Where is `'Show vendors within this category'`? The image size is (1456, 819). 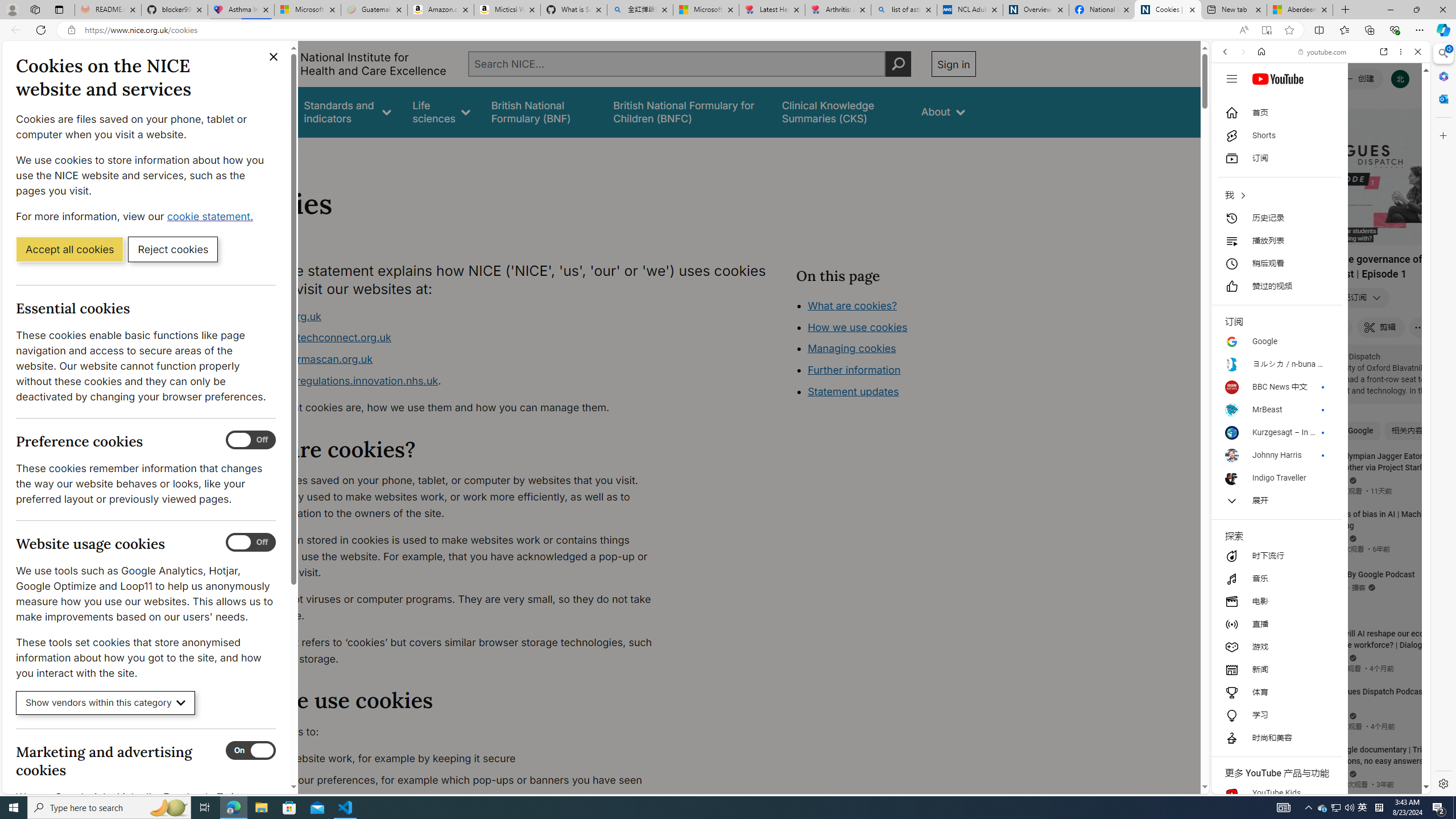 'Show vendors within this category' is located at coordinates (105, 703).